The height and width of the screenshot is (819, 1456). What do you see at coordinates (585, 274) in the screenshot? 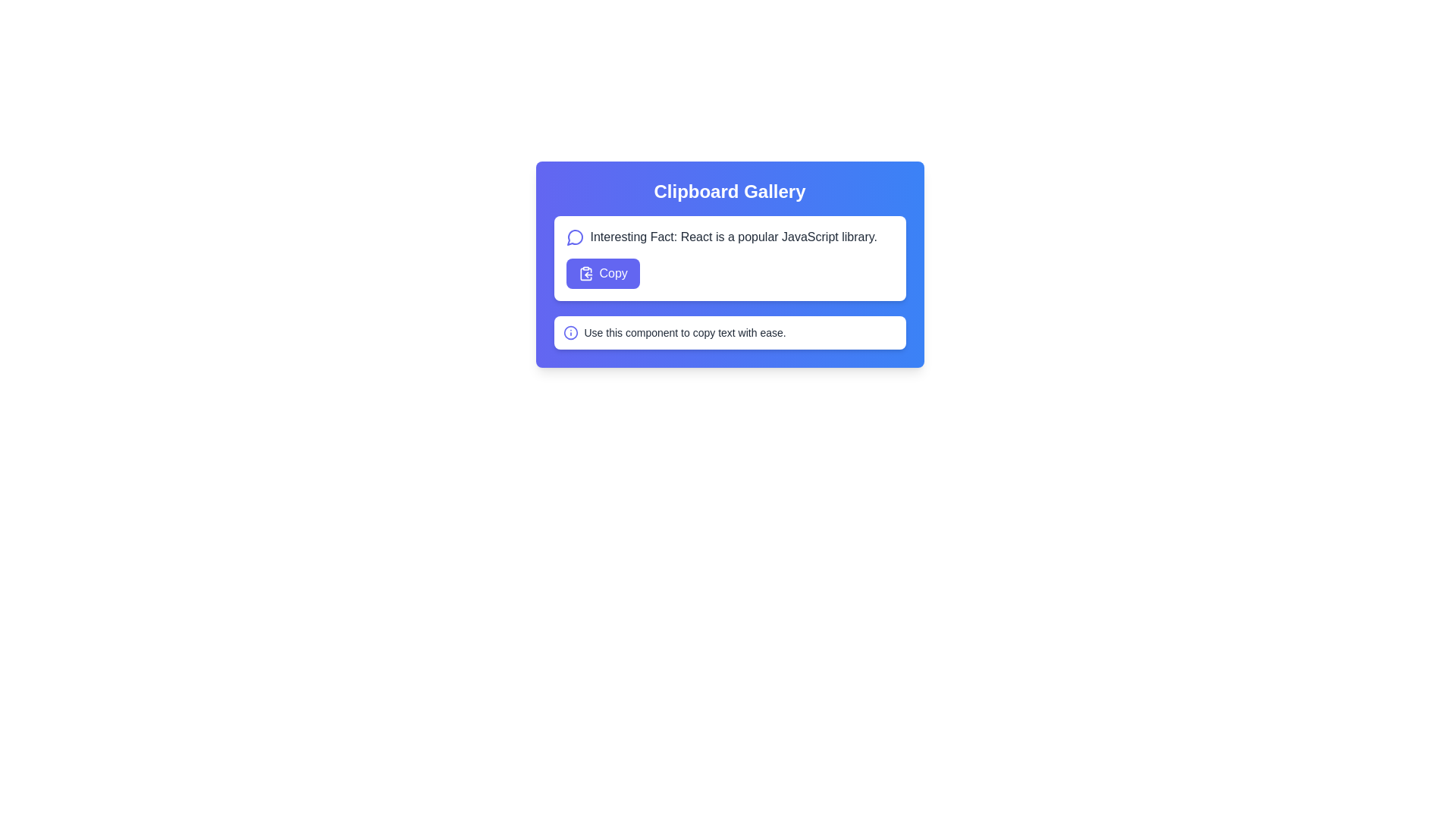
I see `the clipboard icon located within the blue 'Copy' button beneath the text 'Interesting Fact: React is a popular JavaScript library' in the 'Clipboard Gallery' card` at bounding box center [585, 274].